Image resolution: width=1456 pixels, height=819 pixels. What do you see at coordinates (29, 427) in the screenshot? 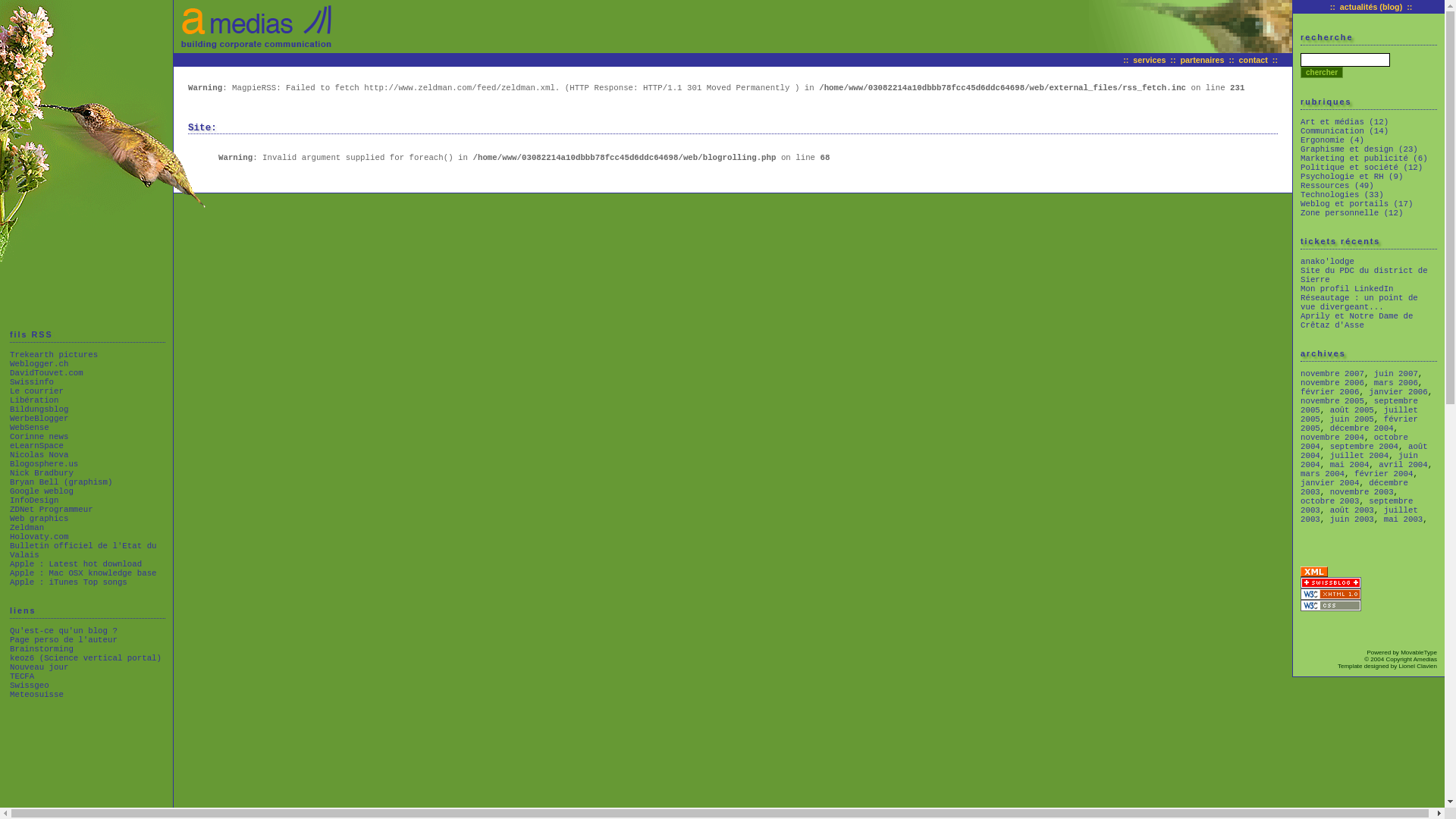
I see `'WebSense'` at bounding box center [29, 427].